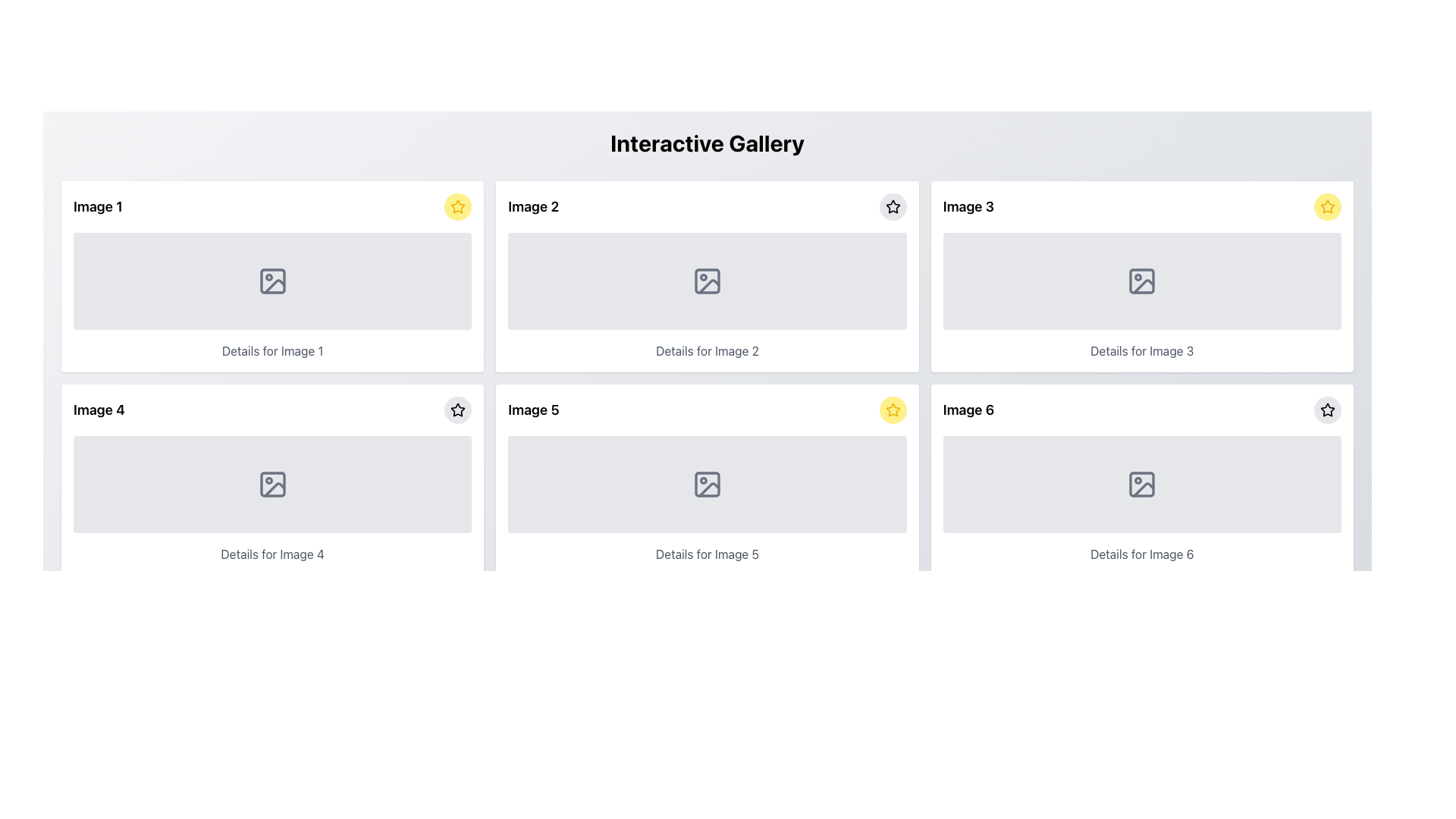 This screenshot has height=819, width=1456. What do you see at coordinates (1142, 479) in the screenshot?
I see `the Informative card titled 'Image 6' for rearrangement within the gallery grid` at bounding box center [1142, 479].